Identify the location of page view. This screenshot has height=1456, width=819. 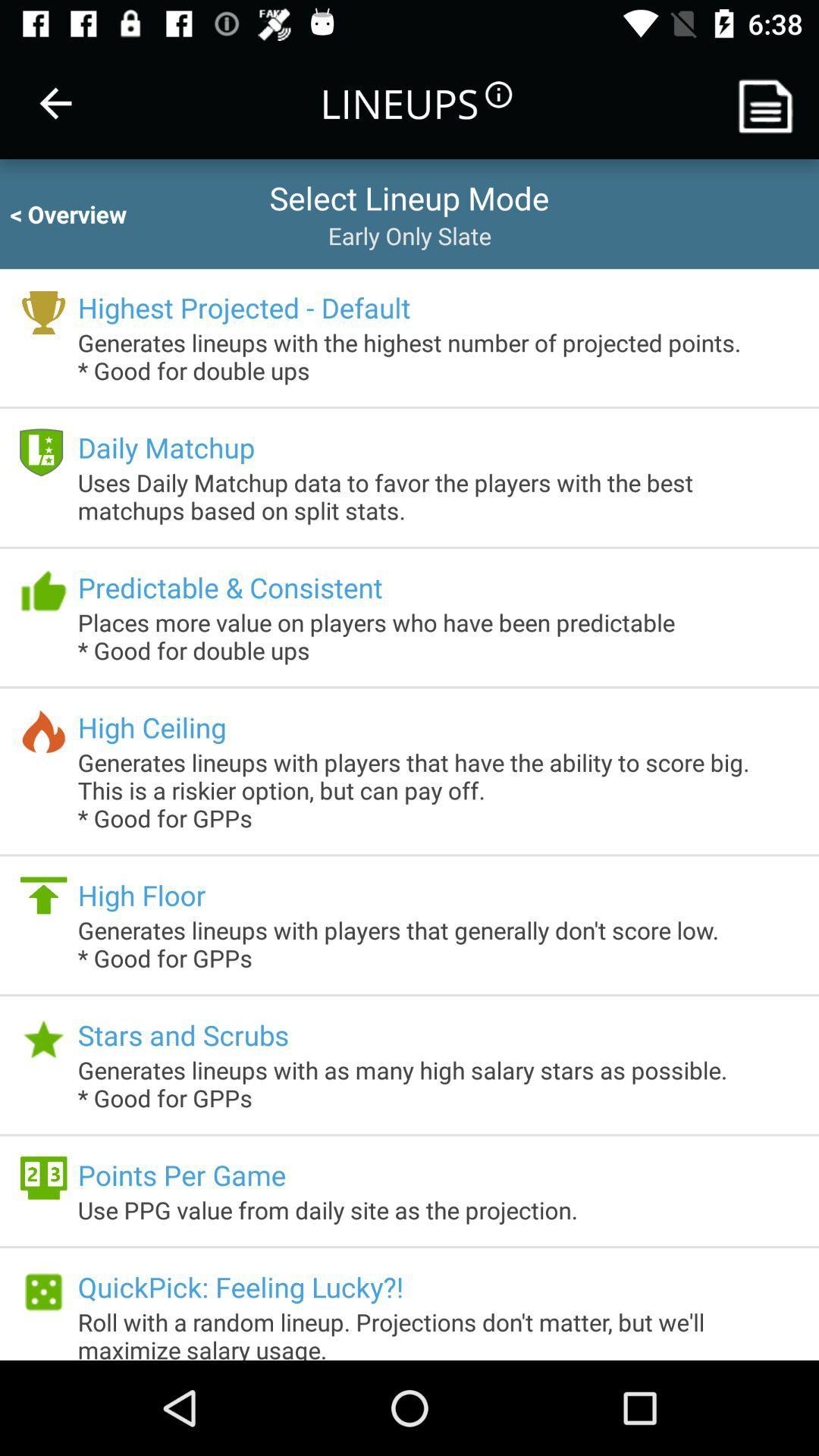
(771, 102).